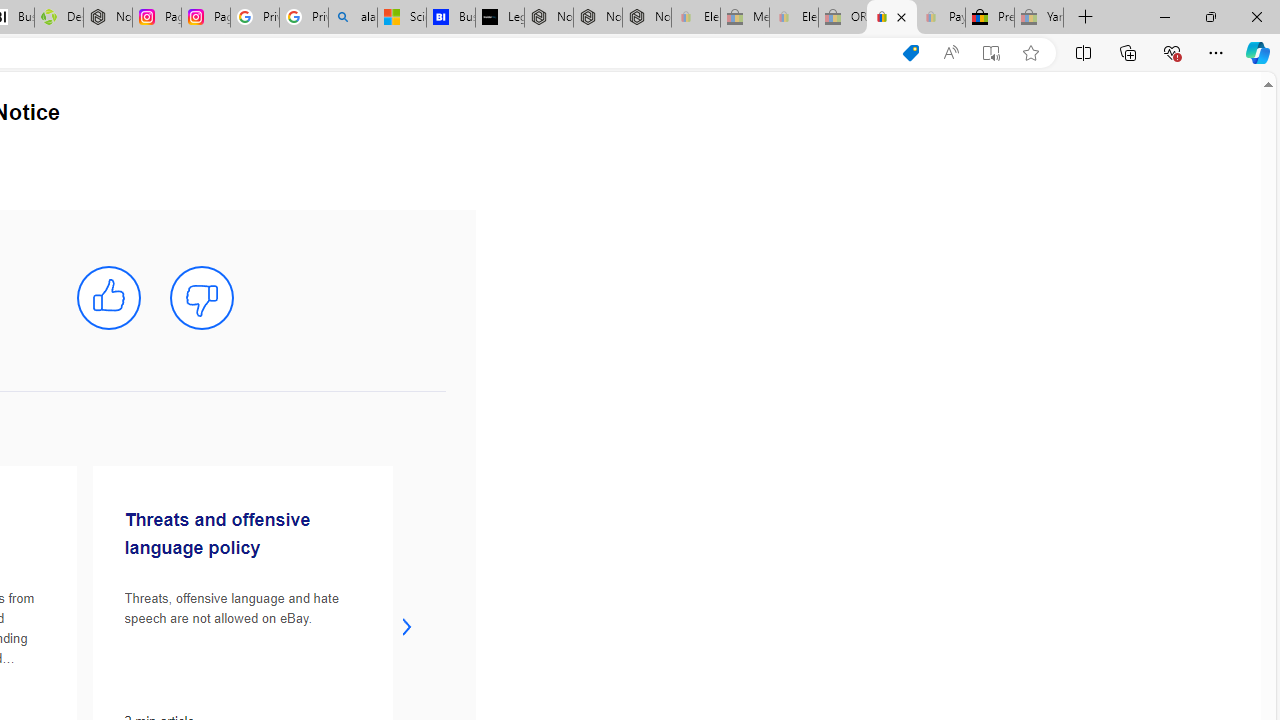  What do you see at coordinates (107, 298) in the screenshot?
I see `'mark this article helpful'` at bounding box center [107, 298].